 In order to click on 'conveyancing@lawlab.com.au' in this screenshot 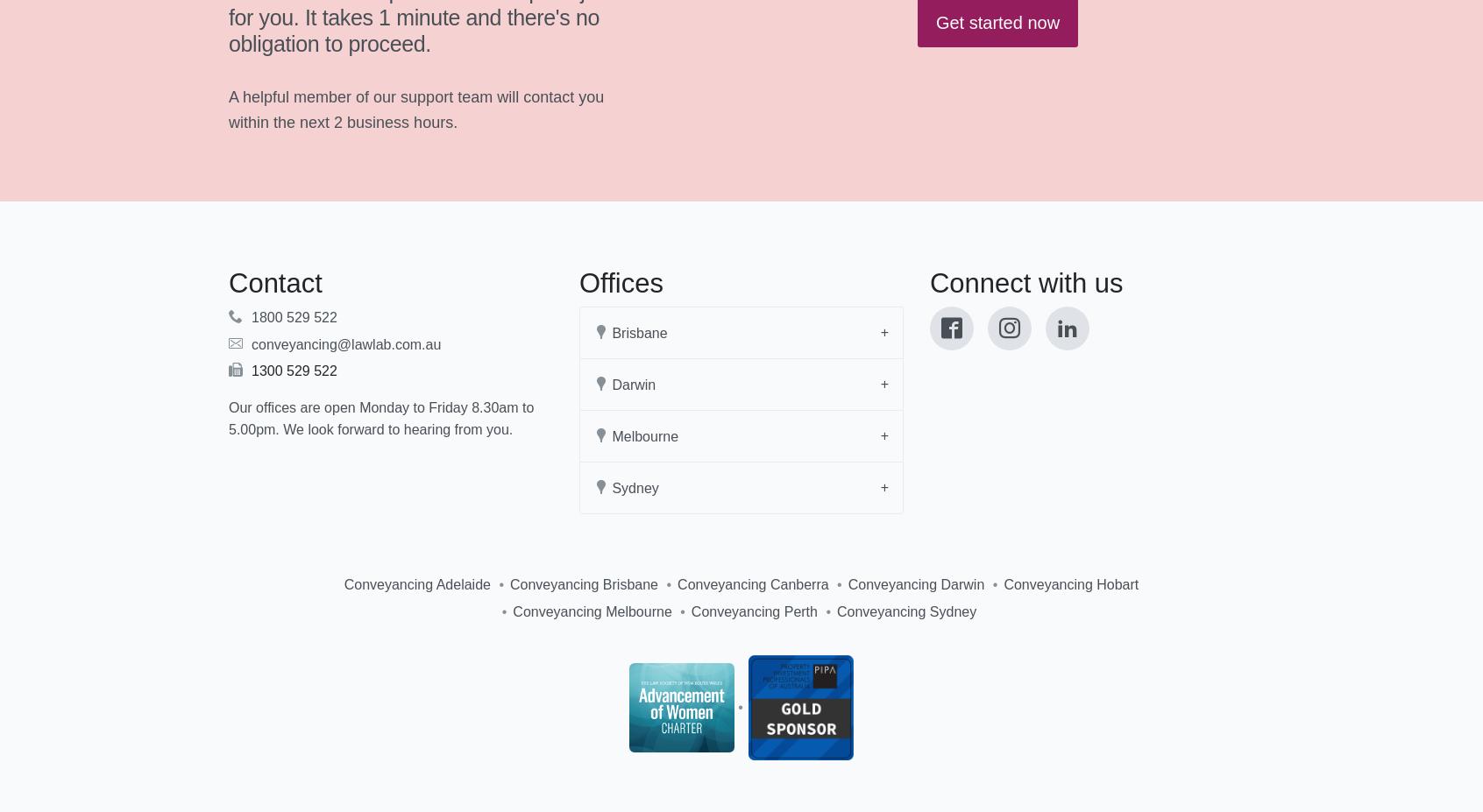, I will do `click(346, 342)`.